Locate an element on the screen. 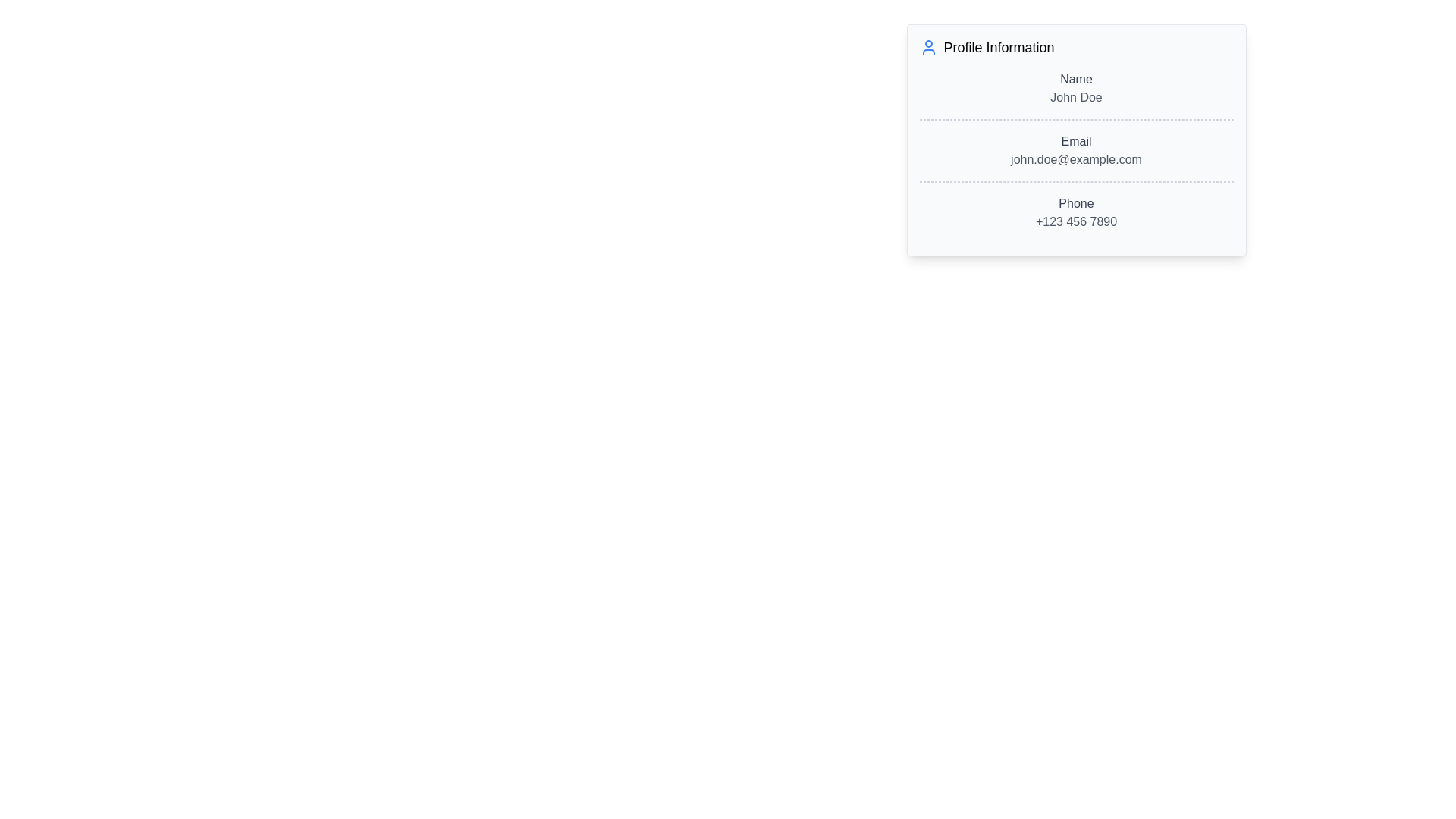 The width and height of the screenshot is (1456, 819). the Display block containing the text 'Name' and 'John Doe' within the 'Profile Information' card, which is located near the top edge of the card is located at coordinates (1075, 88).